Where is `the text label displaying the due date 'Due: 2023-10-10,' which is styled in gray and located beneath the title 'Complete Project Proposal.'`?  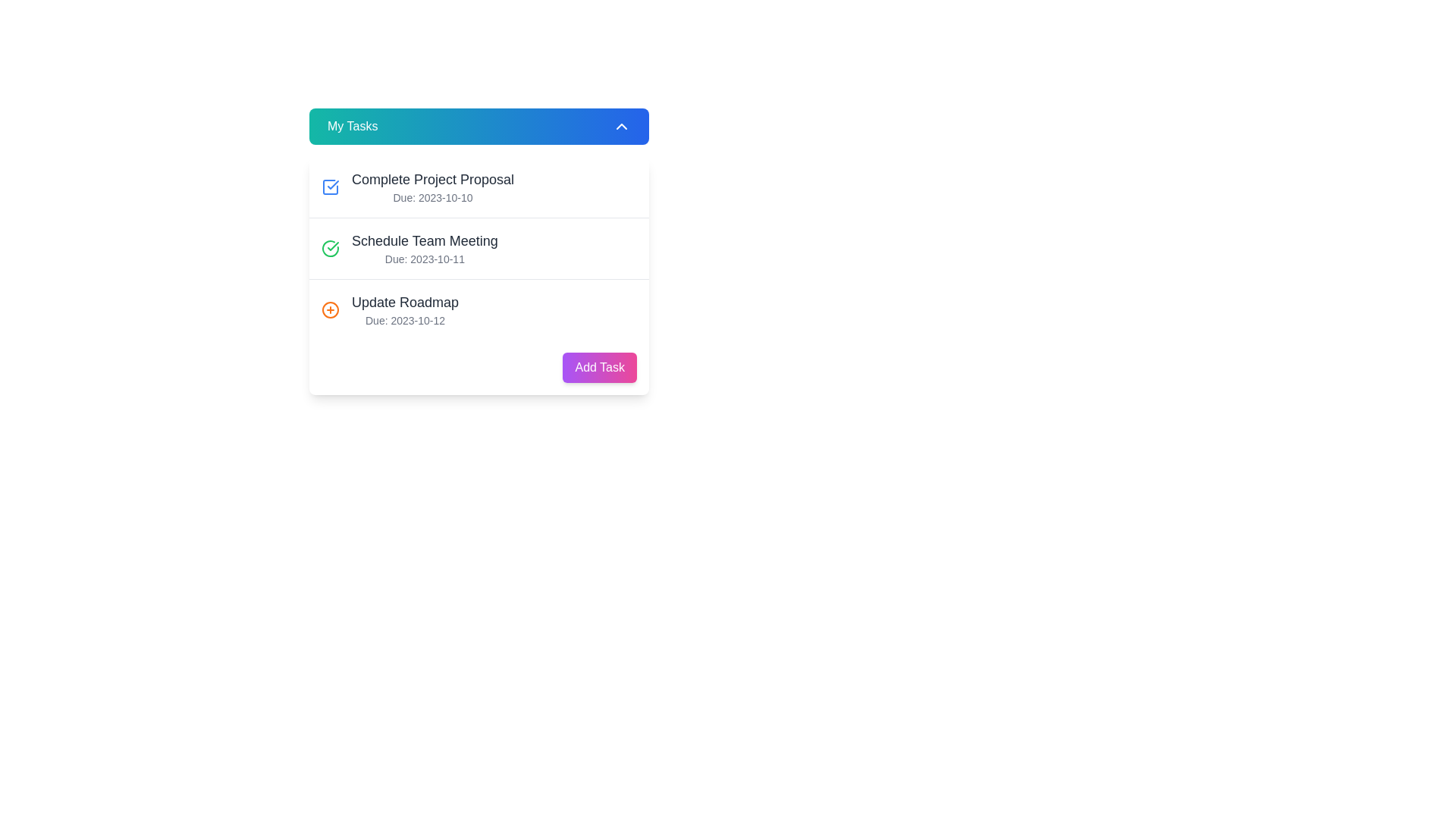 the text label displaying the due date 'Due: 2023-10-10,' which is styled in gray and located beneath the title 'Complete Project Proposal.' is located at coordinates (432, 197).